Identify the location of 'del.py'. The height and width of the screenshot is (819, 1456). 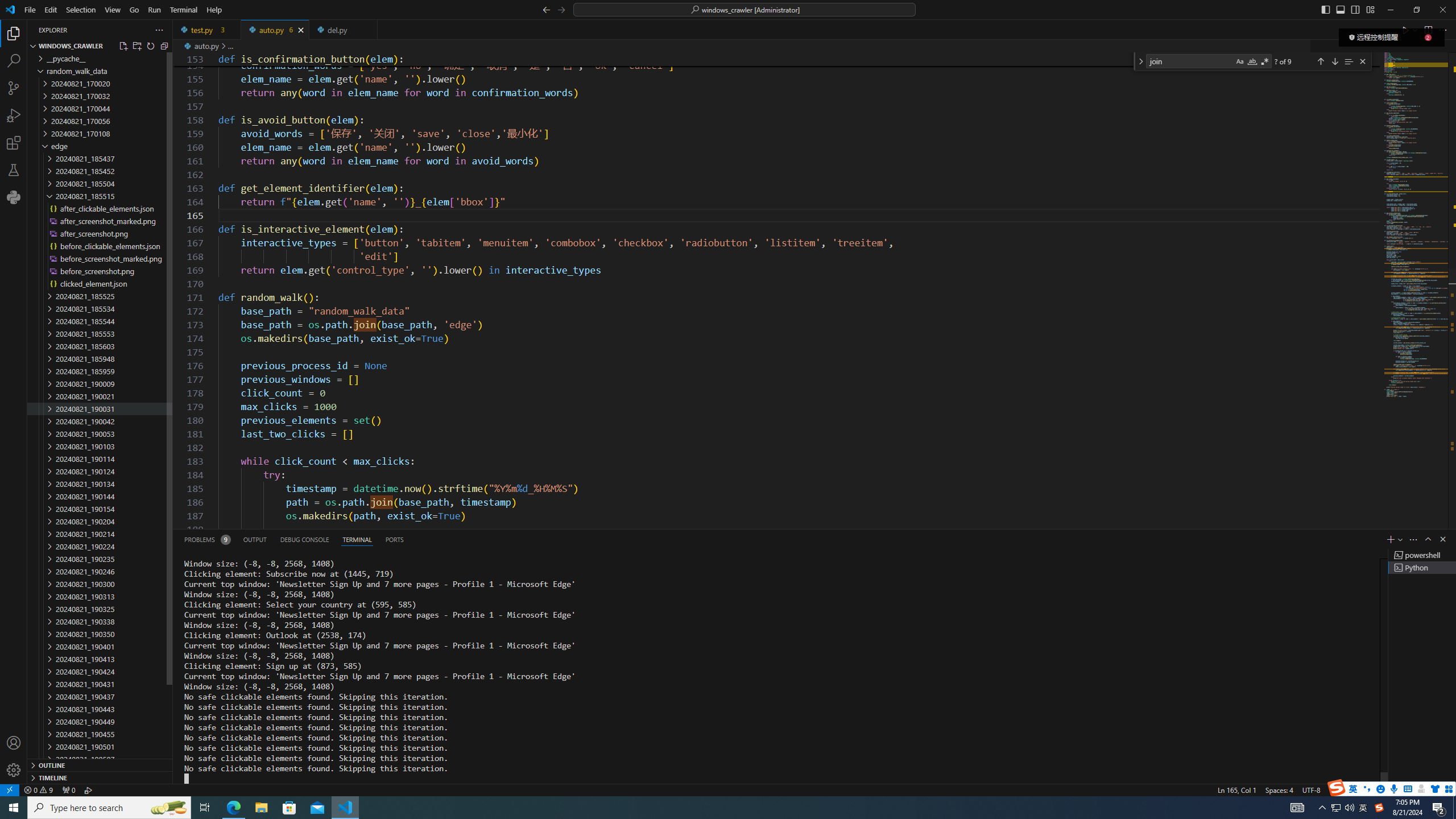
(342, 29).